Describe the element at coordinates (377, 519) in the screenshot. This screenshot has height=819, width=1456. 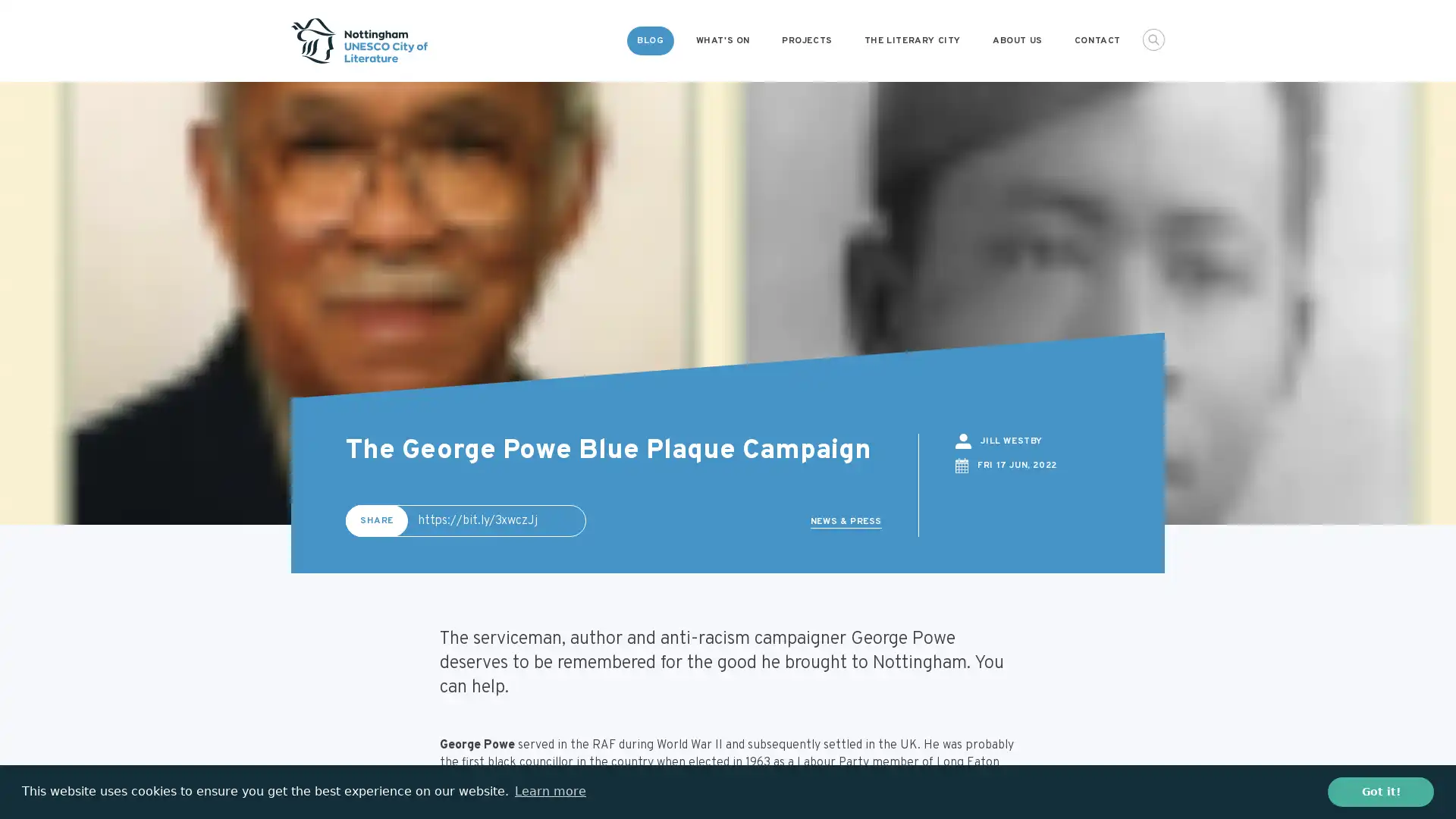
I see `SHARE` at that location.